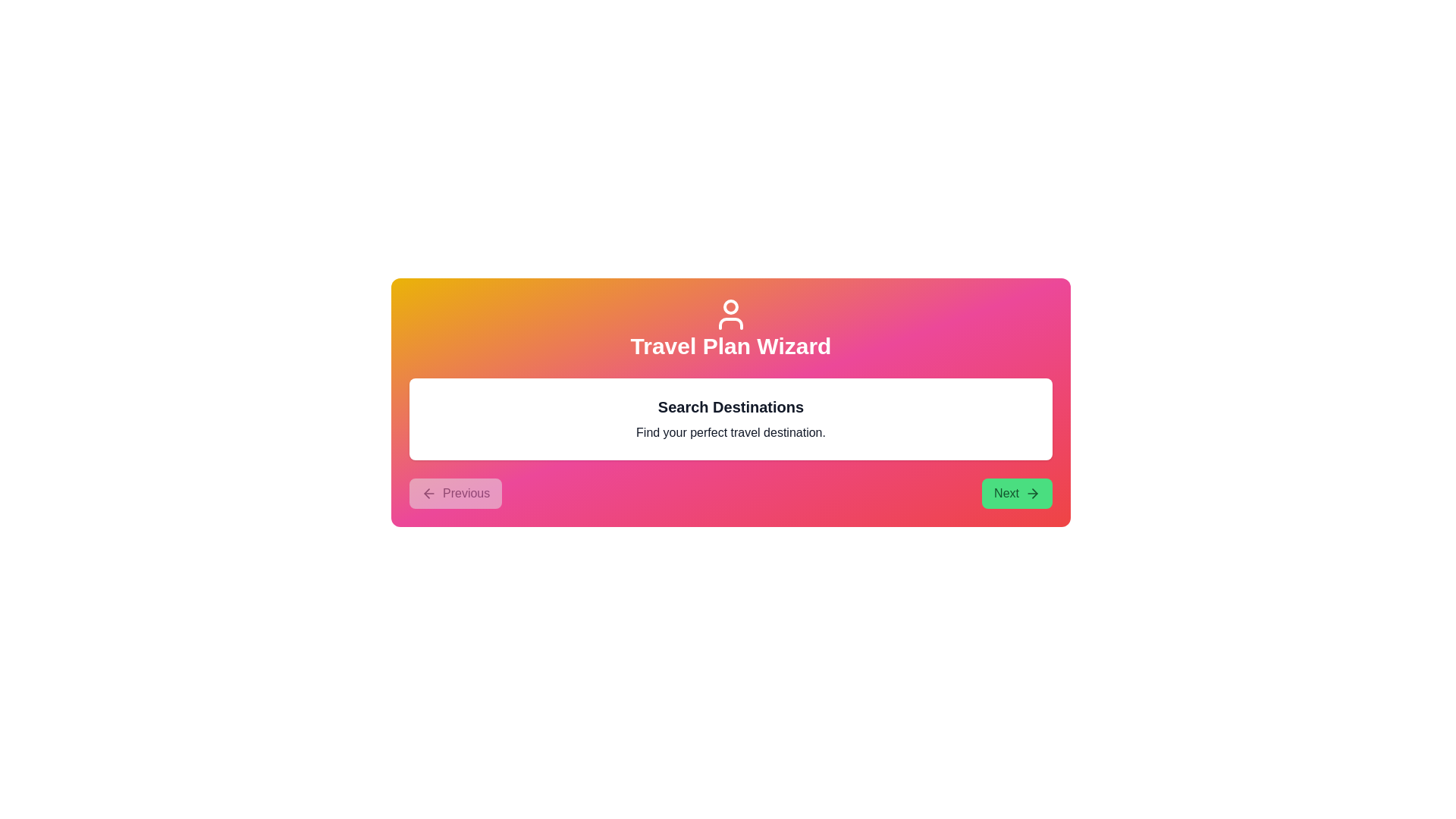 The width and height of the screenshot is (1456, 819). Describe the element at coordinates (1034, 494) in the screenshot. I see `the decorative icon within the green rectangular button labeled 'Next', which indicates a forward navigational action` at that location.